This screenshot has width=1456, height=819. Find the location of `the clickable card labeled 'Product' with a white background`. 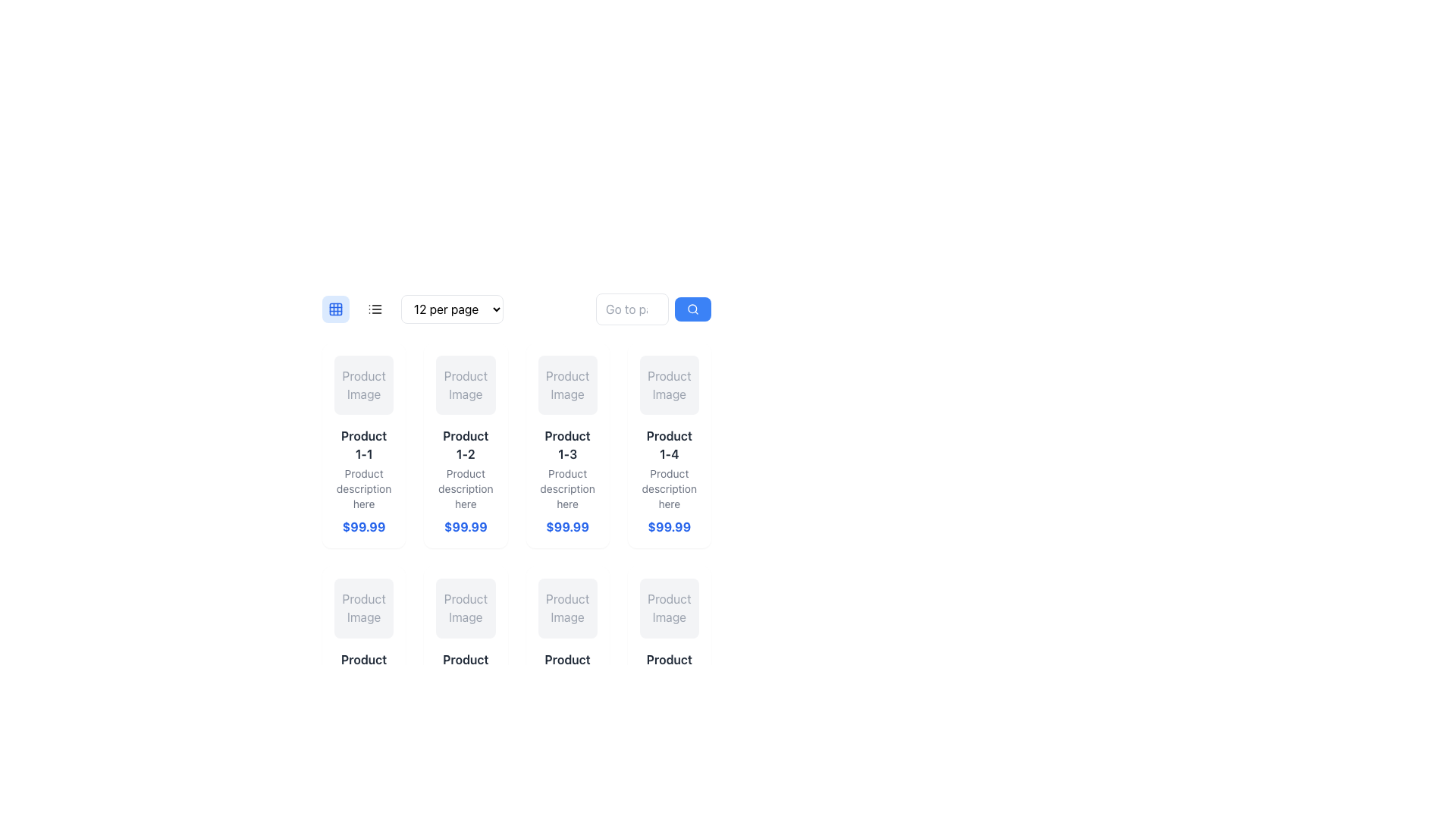

the clickable card labeled 'Product' with a white background is located at coordinates (566, 668).